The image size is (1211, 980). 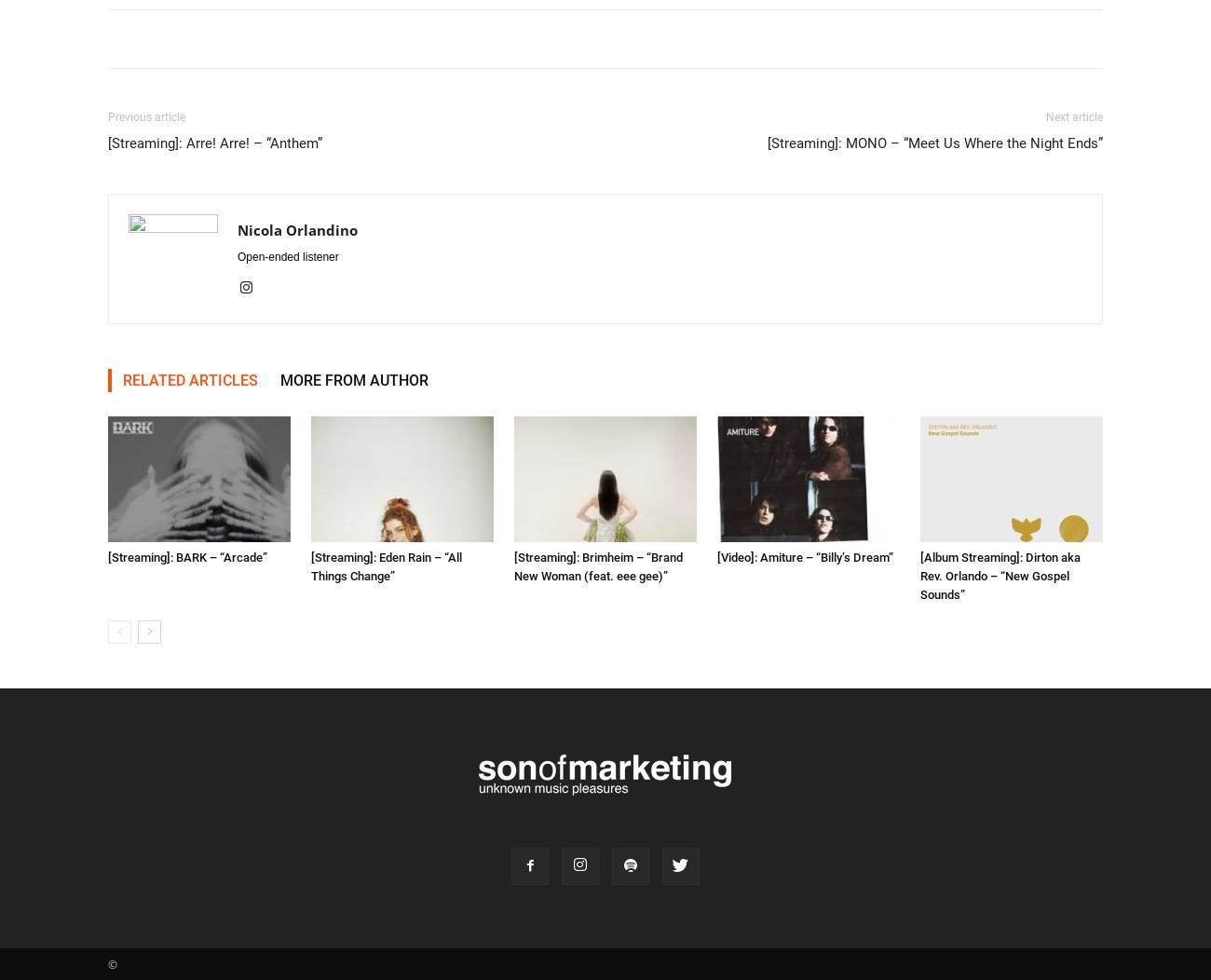 I want to click on 'Next article', so click(x=1044, y=117).